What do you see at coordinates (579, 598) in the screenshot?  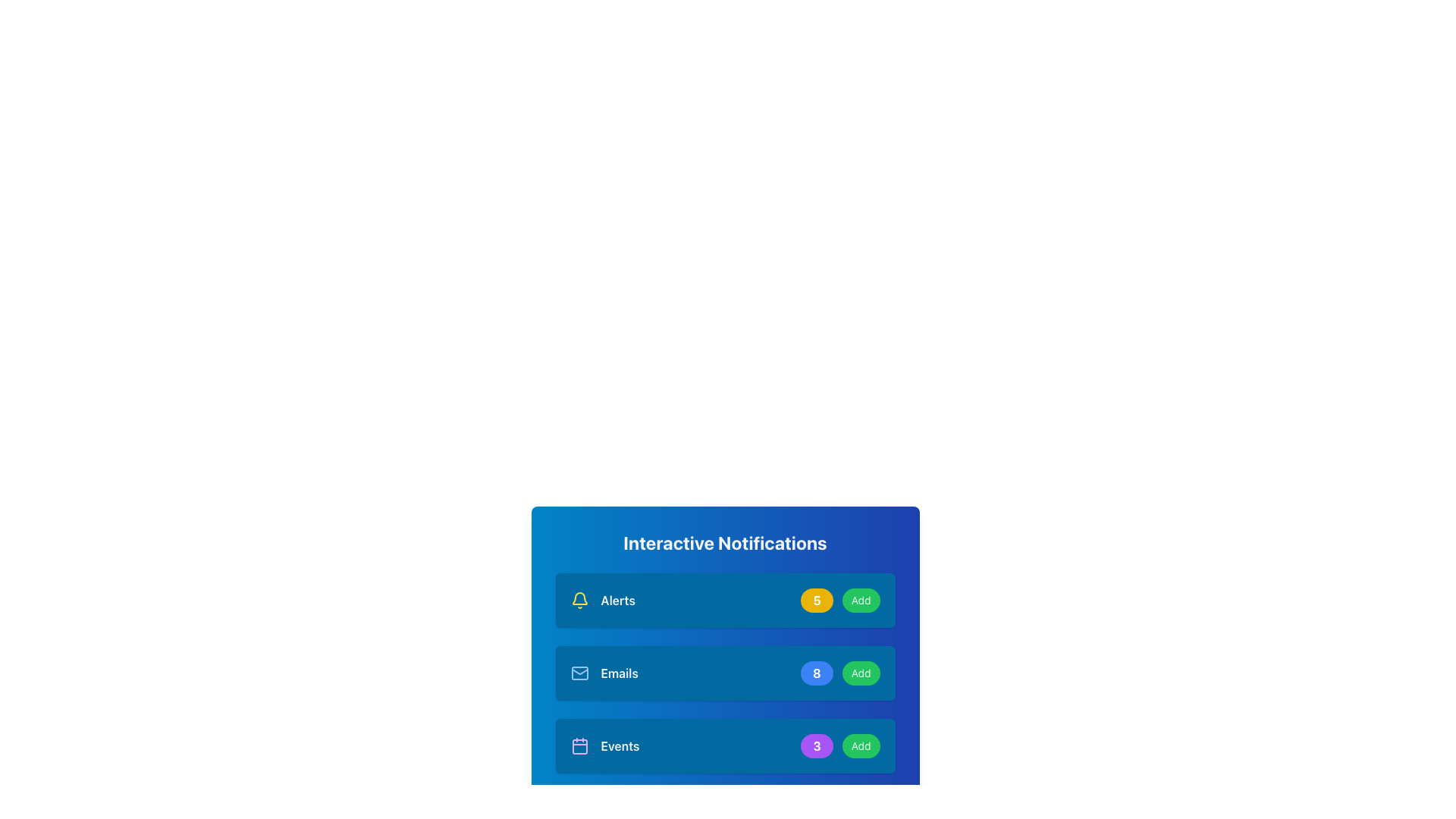 I see `the bell icon representing the Alerts section, which is styled with yellow outlines and located above the yellow badge and the Add button` at bounding box center [579, 598].